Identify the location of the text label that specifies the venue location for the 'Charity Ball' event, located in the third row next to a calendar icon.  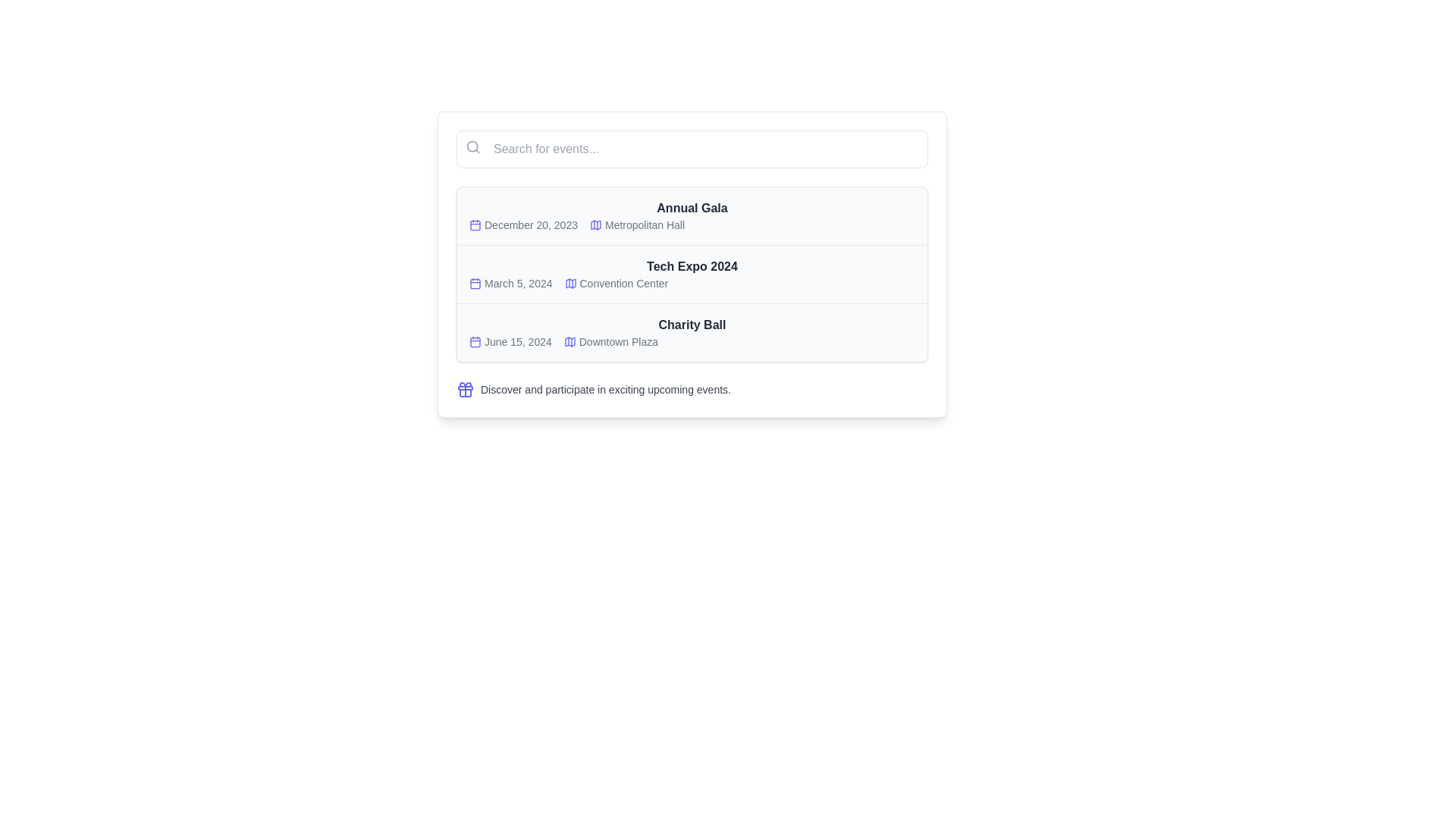
(618, 342).